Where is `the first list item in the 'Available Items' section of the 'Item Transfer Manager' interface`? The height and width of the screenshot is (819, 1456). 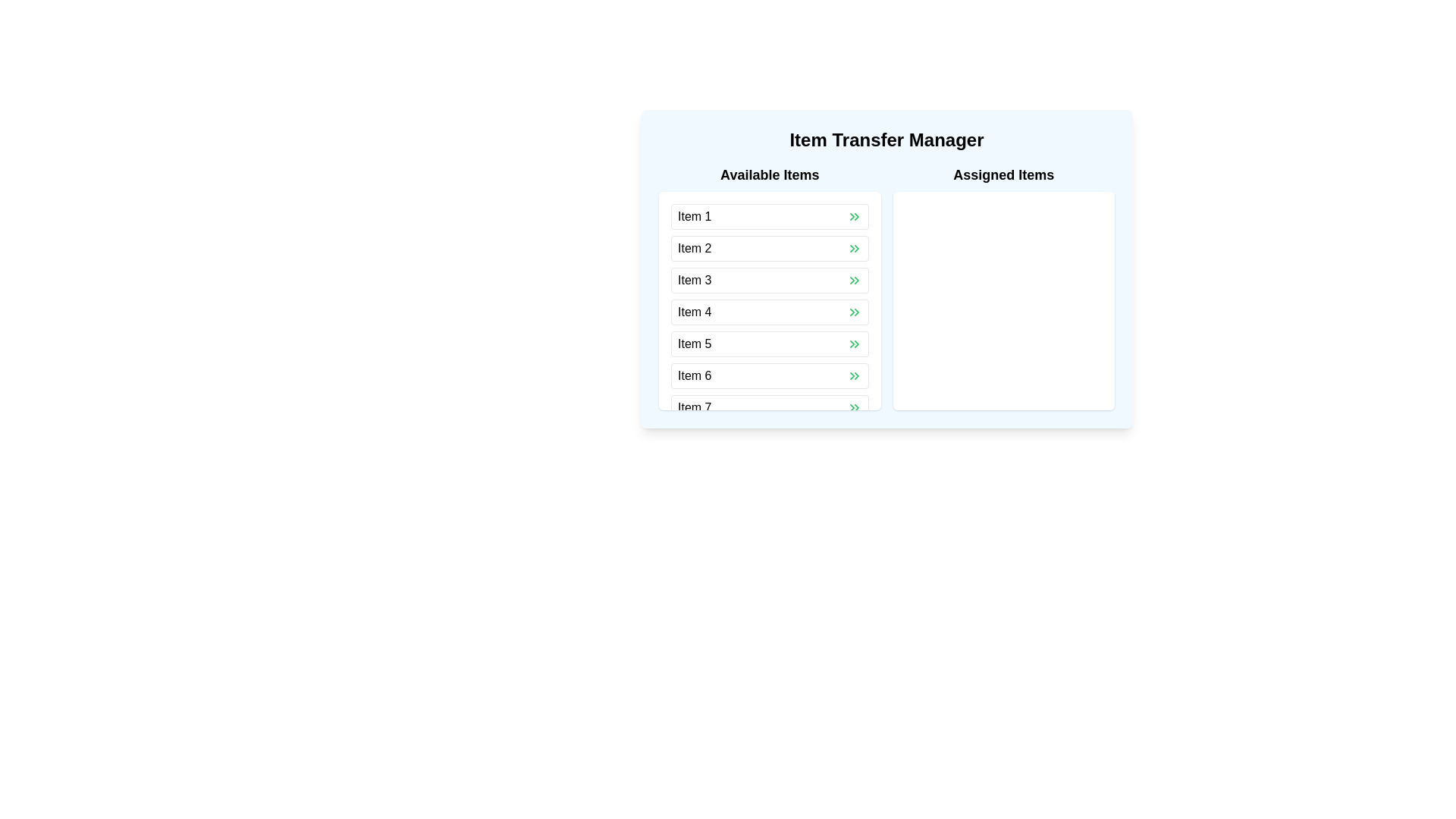 the first list item in the 'Available Items' section of the 'Item Transfer Manager' interface is located at coordinates (770, 216).